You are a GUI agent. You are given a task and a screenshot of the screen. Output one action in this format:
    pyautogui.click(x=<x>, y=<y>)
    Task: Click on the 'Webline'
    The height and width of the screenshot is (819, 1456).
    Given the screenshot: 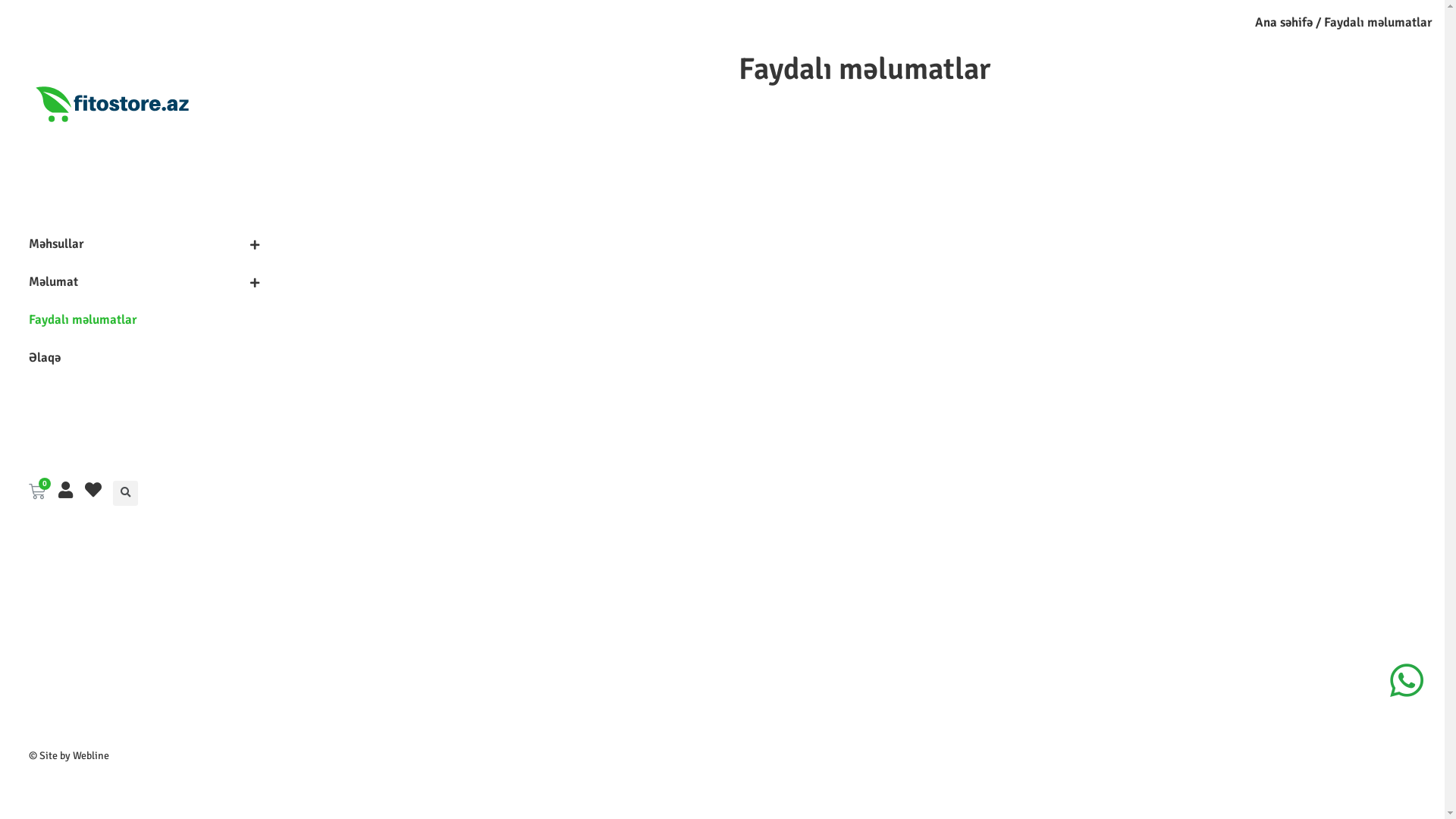 What is the action you would take?
    pyautogui.click(x=90, y=755)
    